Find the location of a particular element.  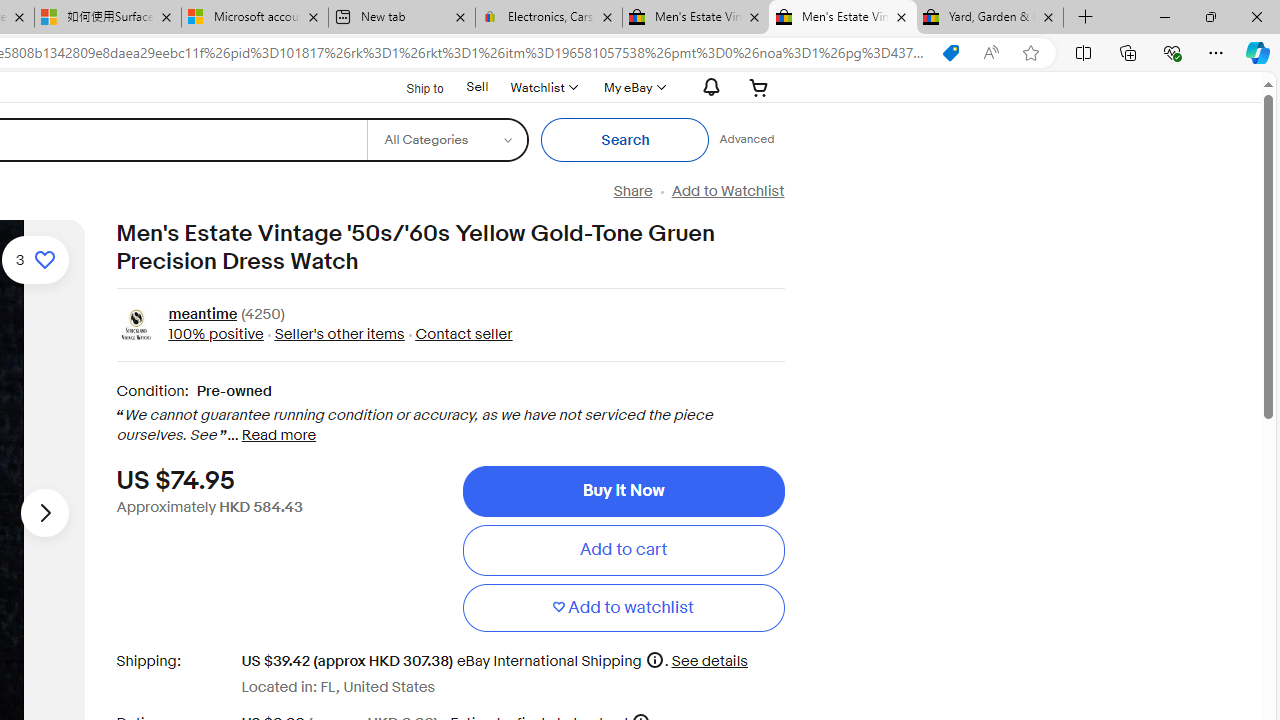

'WatchlistExpand Watch List' is located at coordinates (543, 86).